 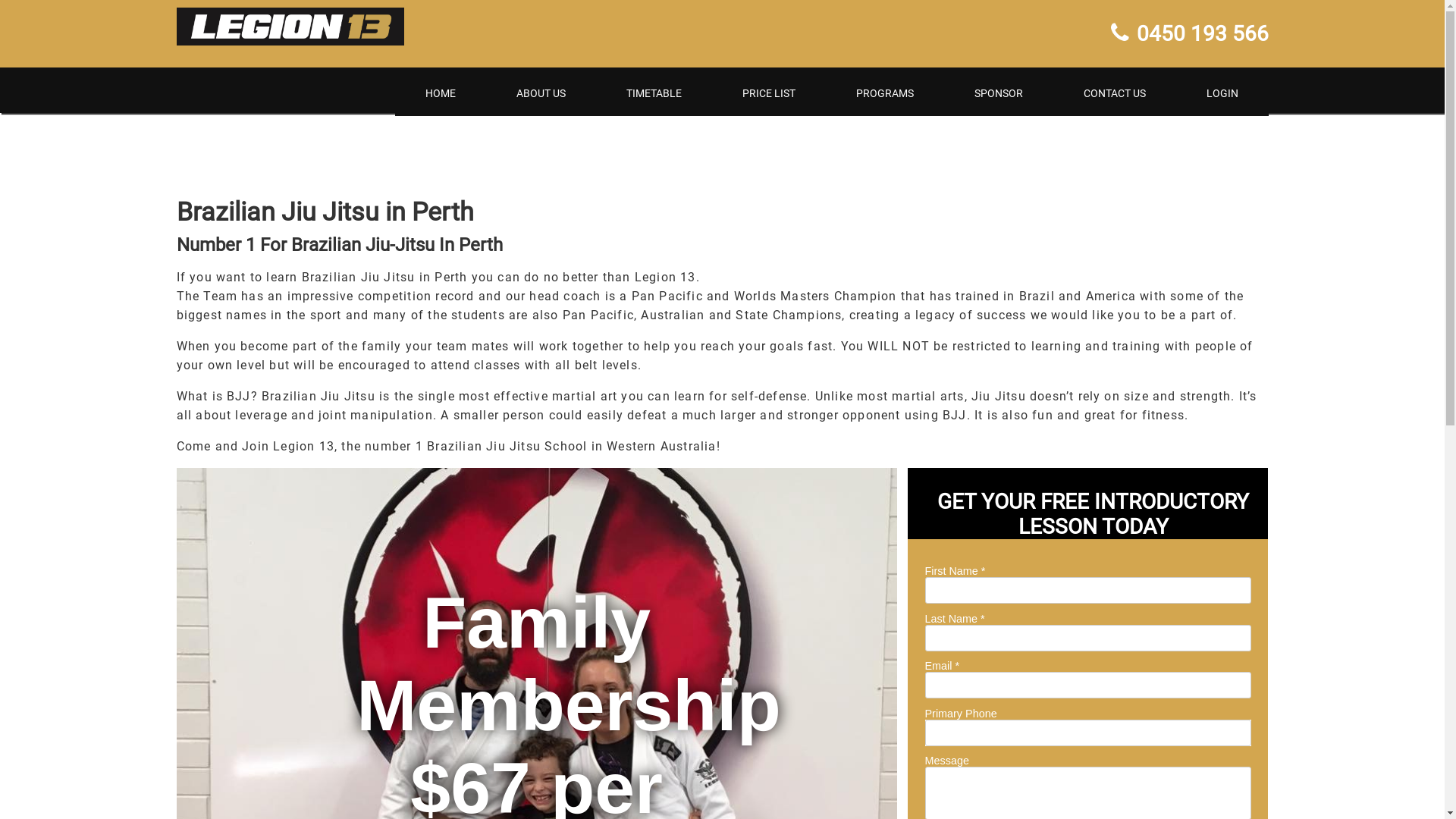 I want to click on 'LOGIN', so click(x=1222, y=93).